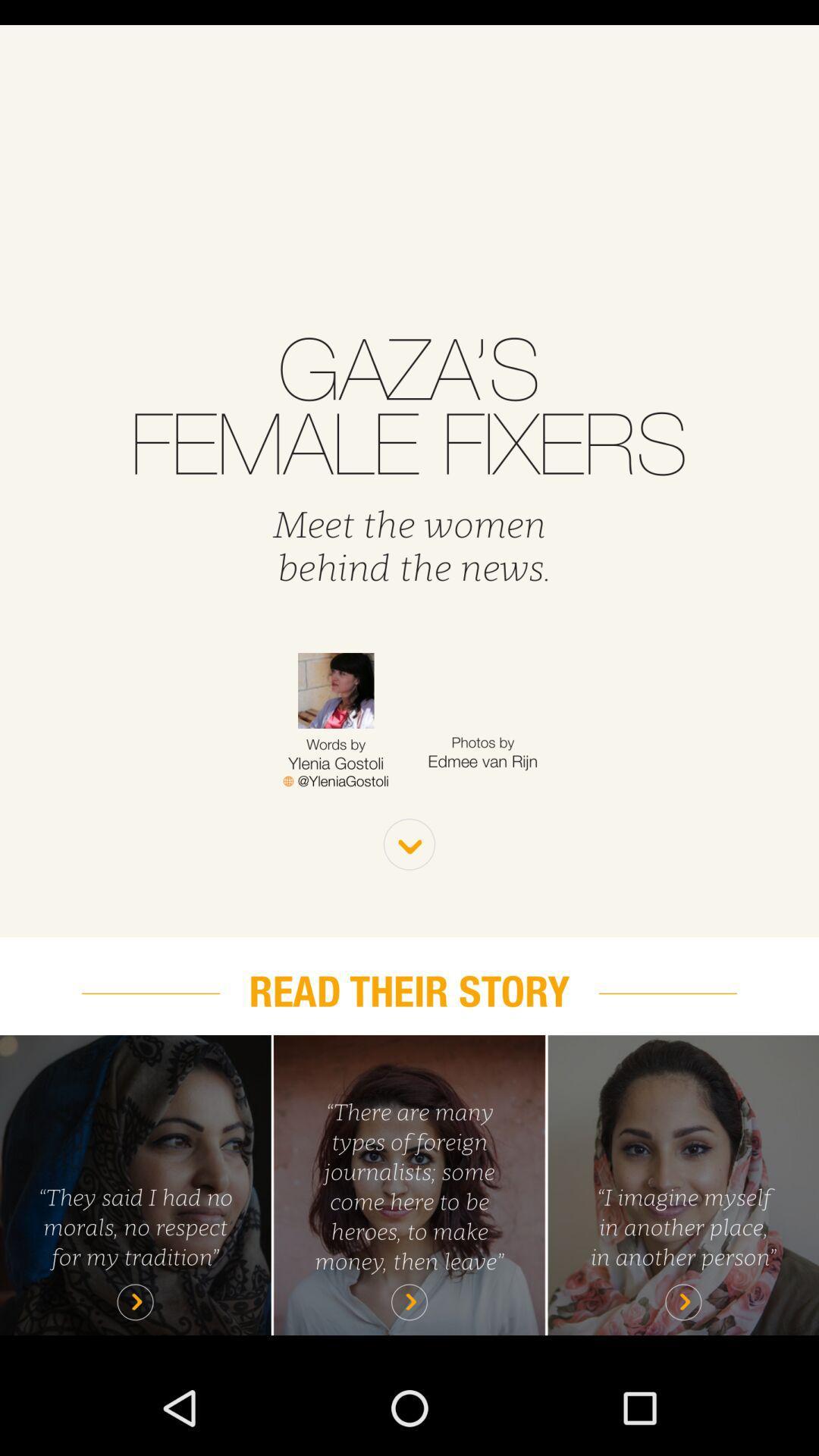  What do you see at coordinates (409, 1184) in the screenshot?
I see `read story` at bounding box center [409, 1184].